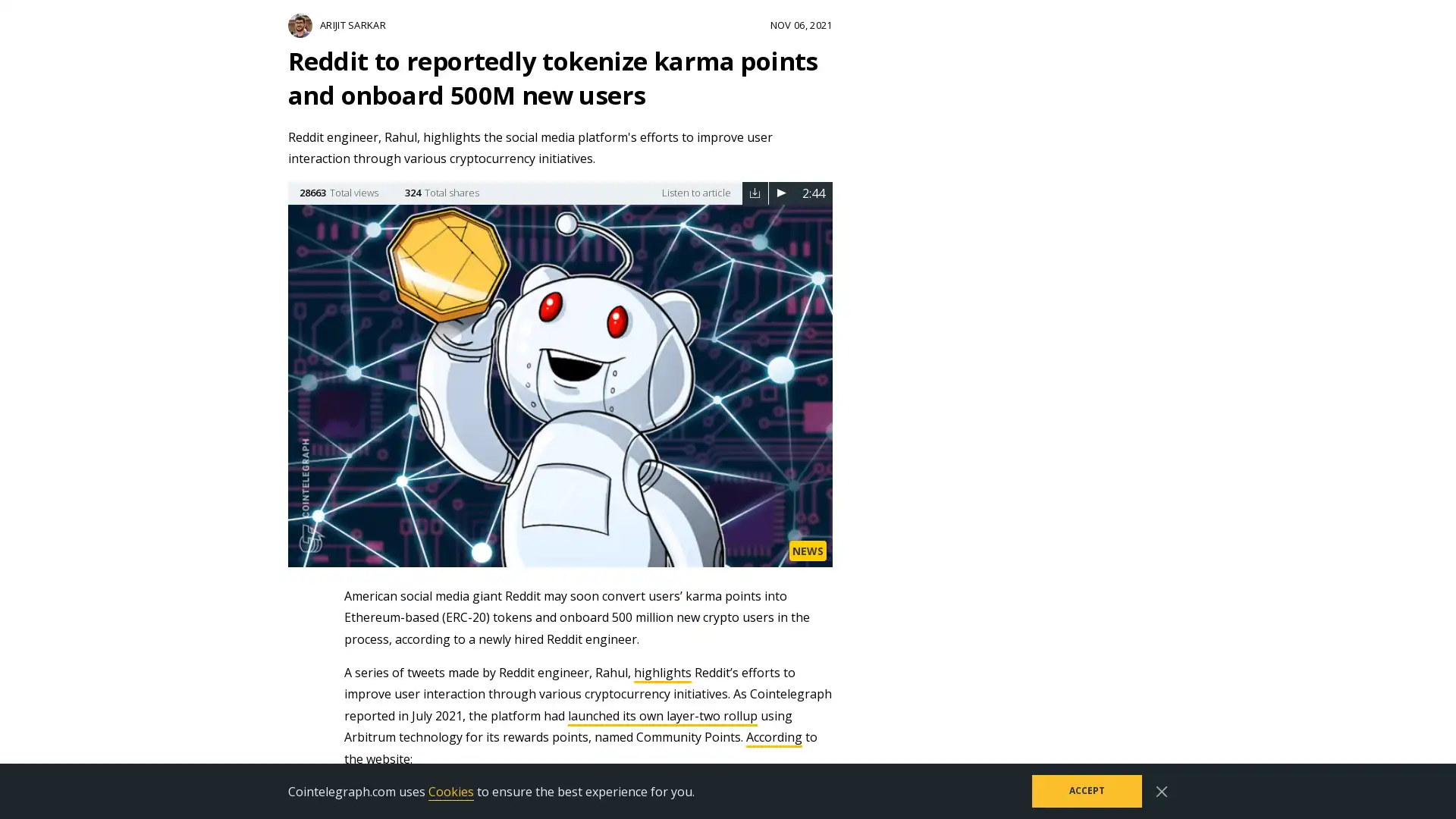  Describe the element at coordinates (1086, 790) in the screenshot. I see `ACCEPT` at that location.